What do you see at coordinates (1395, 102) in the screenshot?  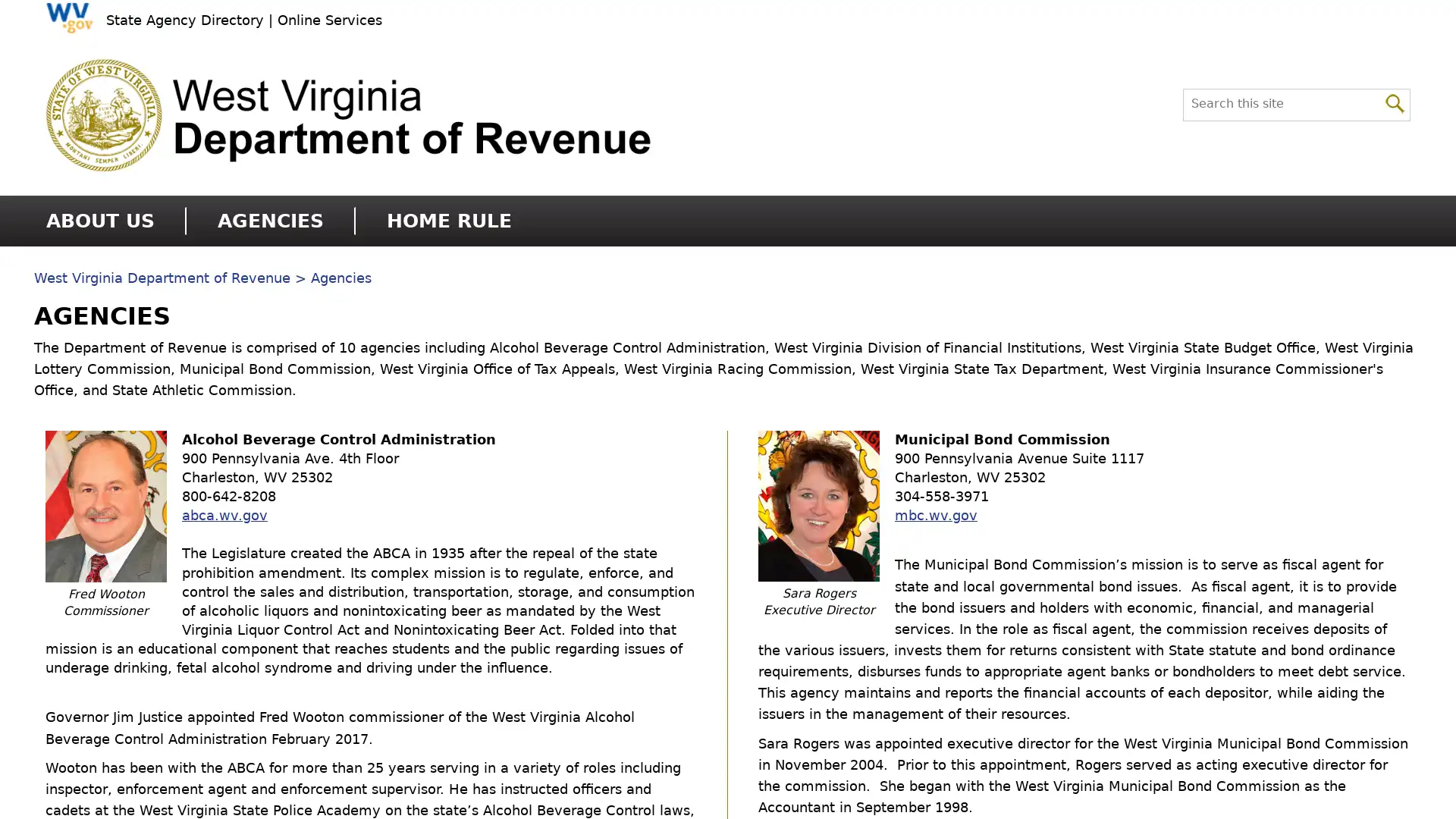 I see `Search` at bounding box center [1395, 102].